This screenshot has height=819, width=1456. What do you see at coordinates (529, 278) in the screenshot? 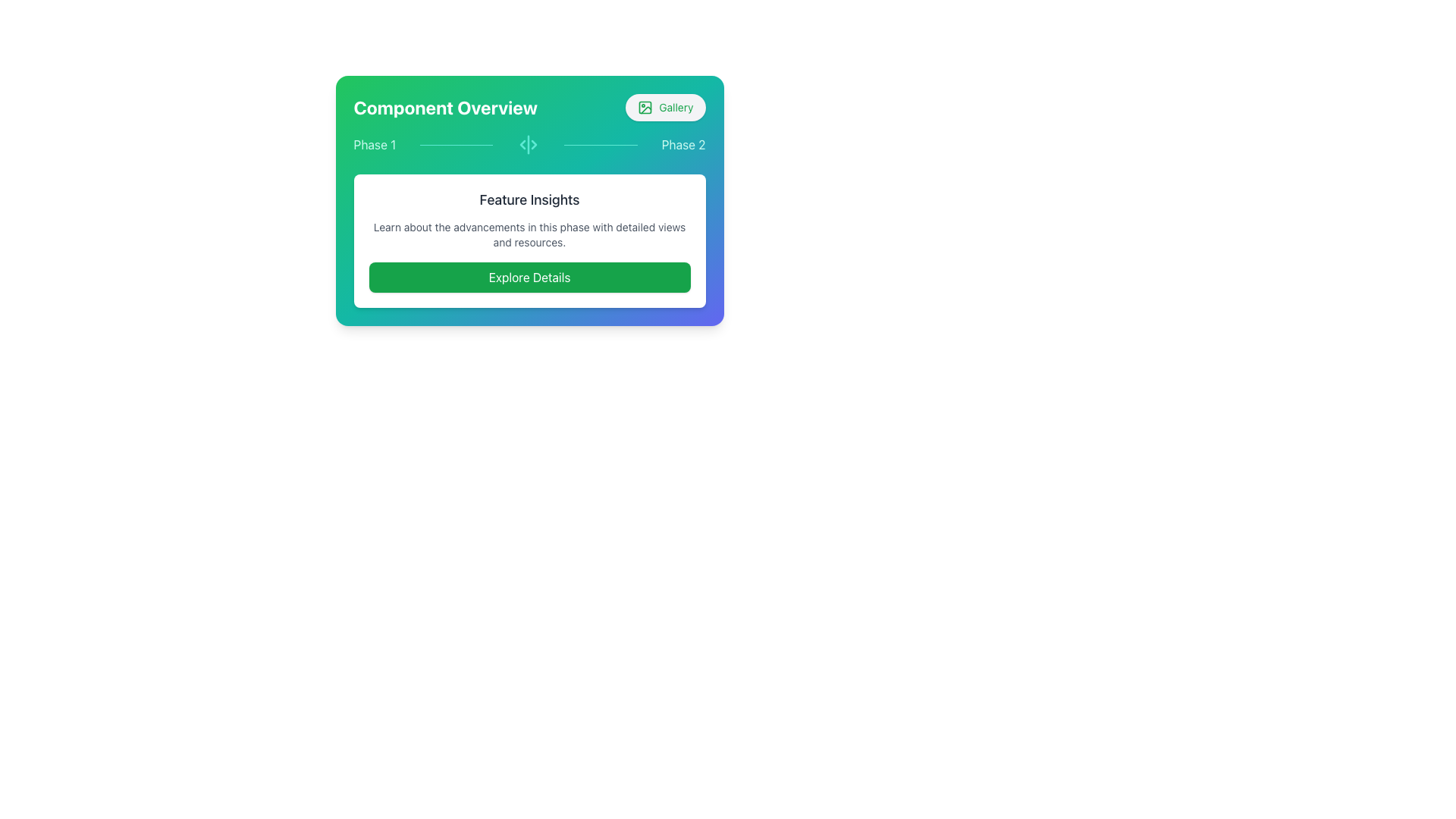
I see `the button located below the 'Feature Insights' title and description to activate its hover effect` at bounding box center [529, 278].